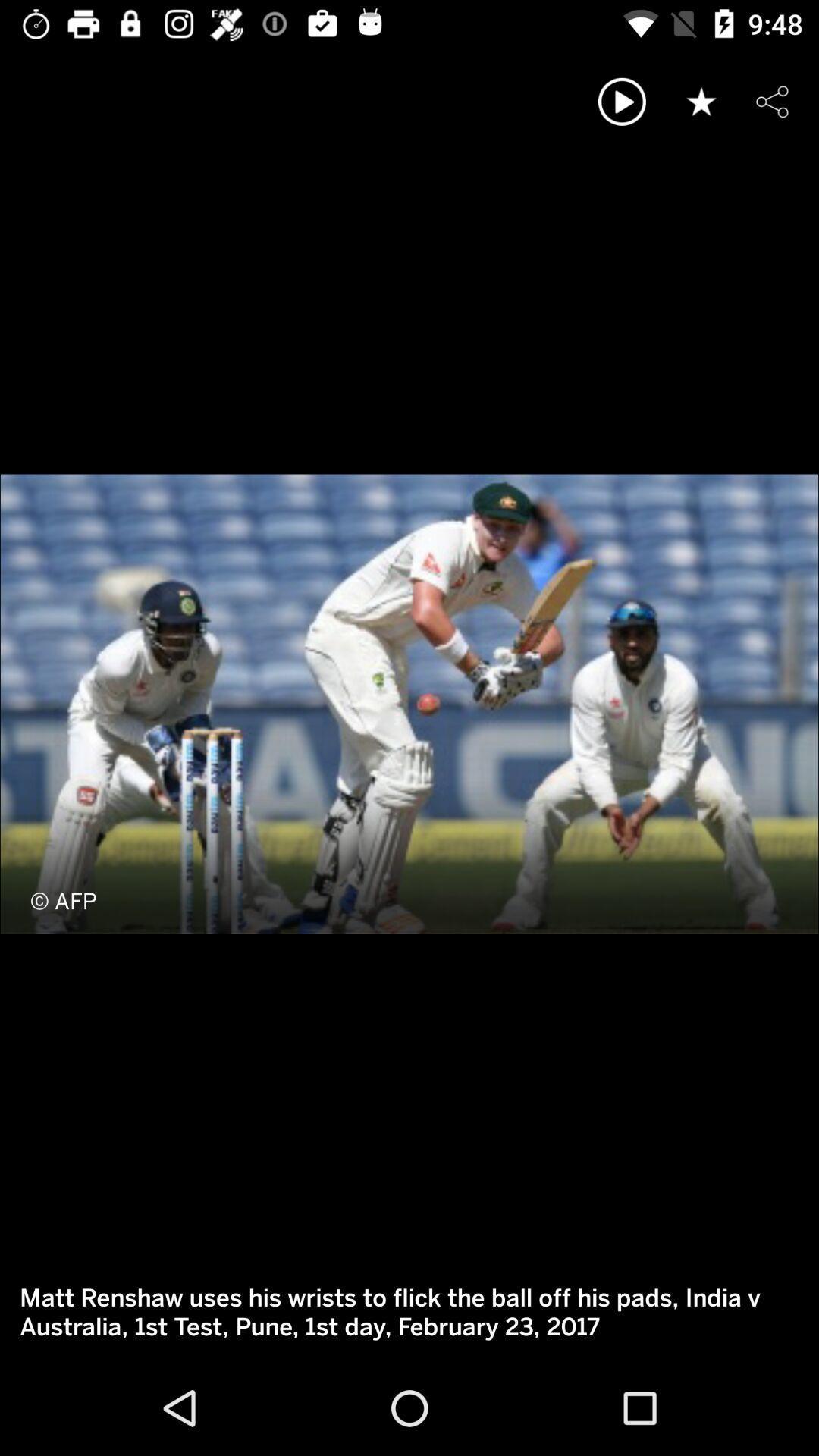 The height and width of the screenshot is (1456, 819). I want to click on favorite, so click(701, 100).